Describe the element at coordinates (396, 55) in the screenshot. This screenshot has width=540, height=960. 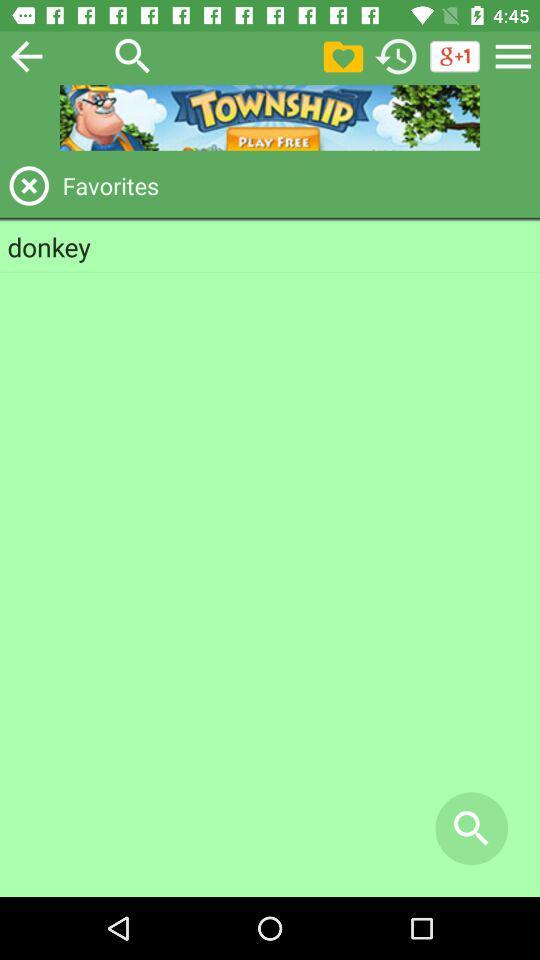
I see `the history icon` at that location.